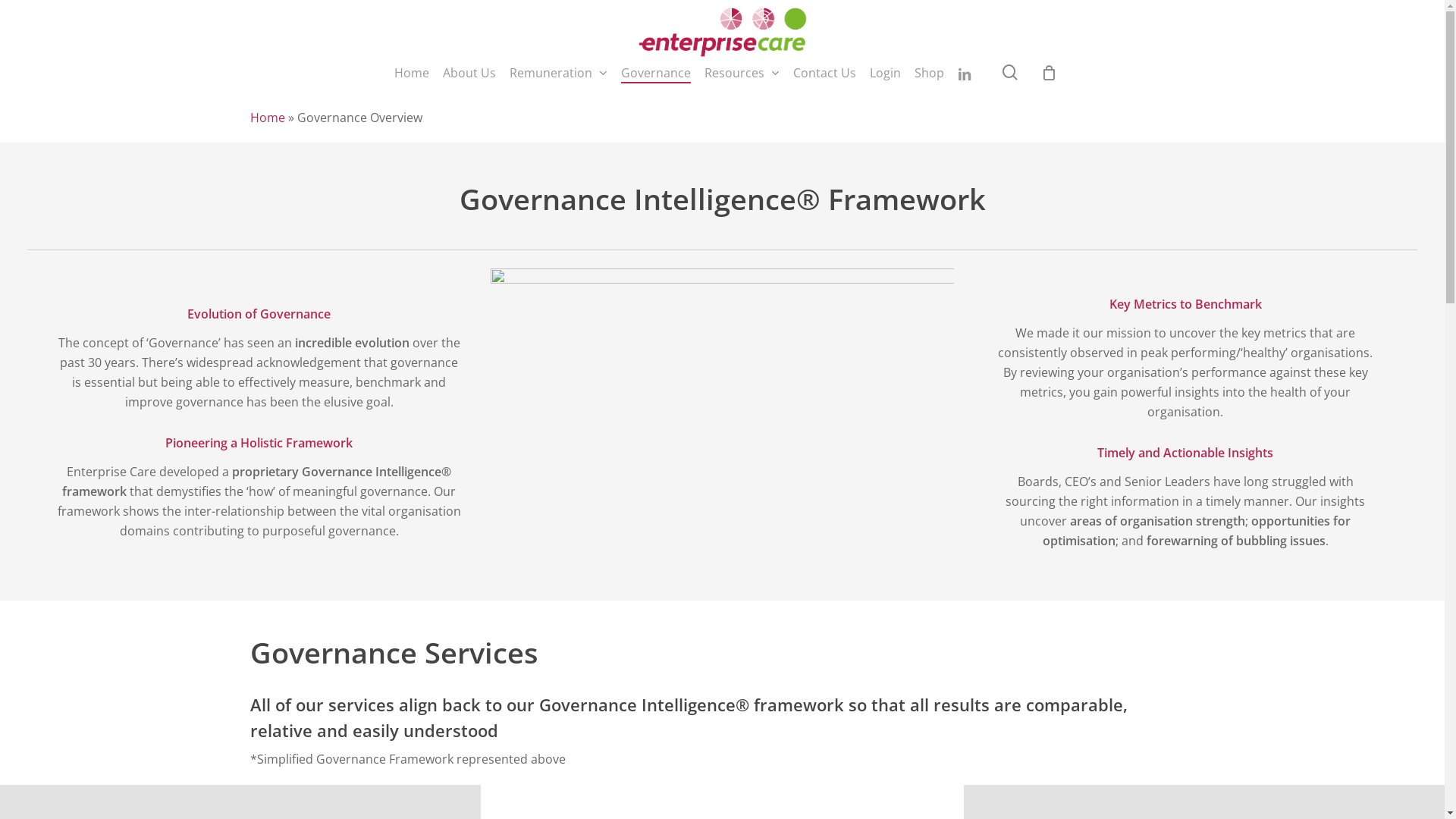 The image size is (1456, 819). What do you see at coordinates (885, 73) in the screenshot?
I see `'Login'` at bounding box center [885, 73].